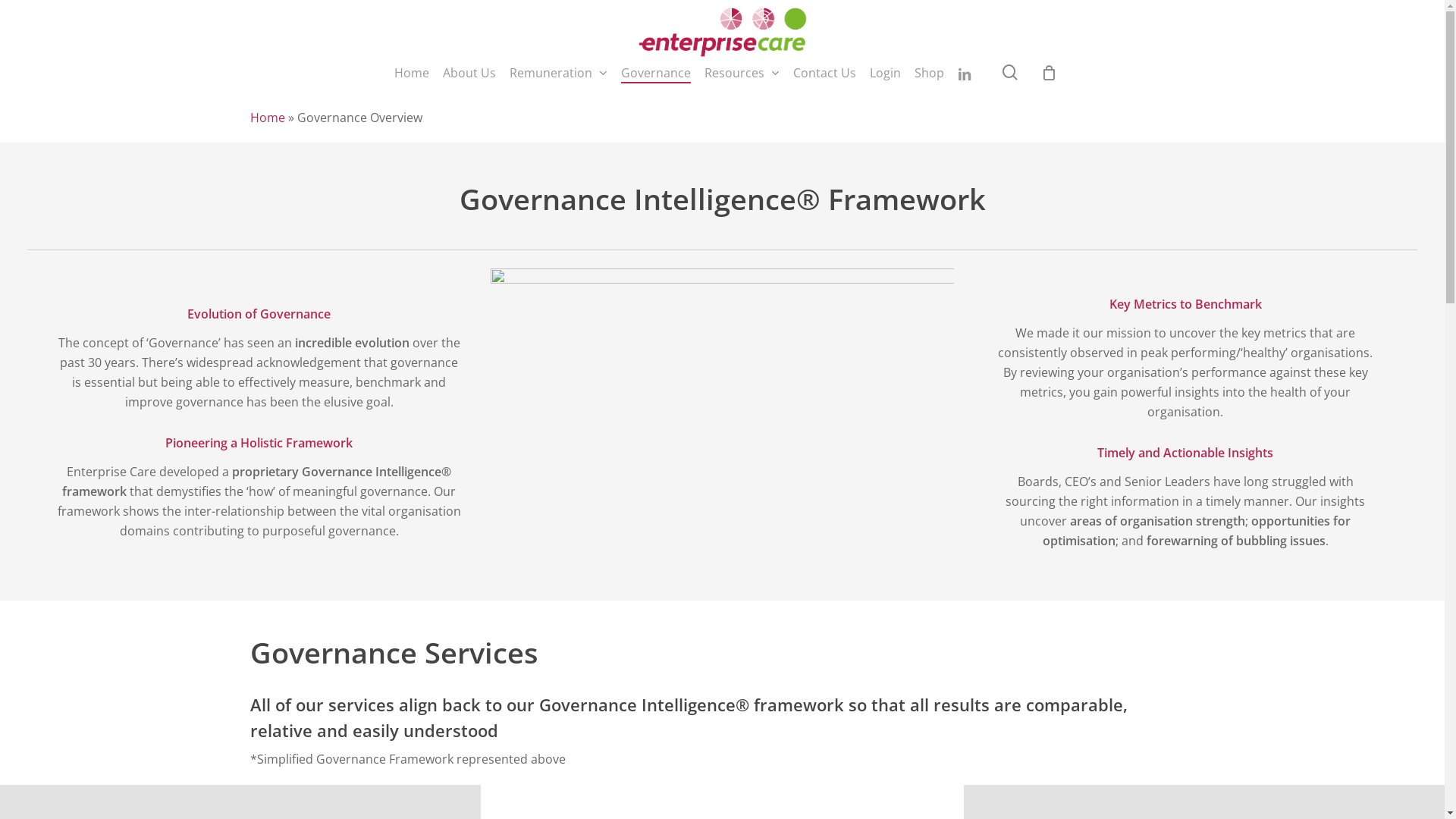 The image size is (1456, 819). What do you see at coordinates (885, 73) in the screenshot?
I see `'Login'` at bounding box center [885, 73].